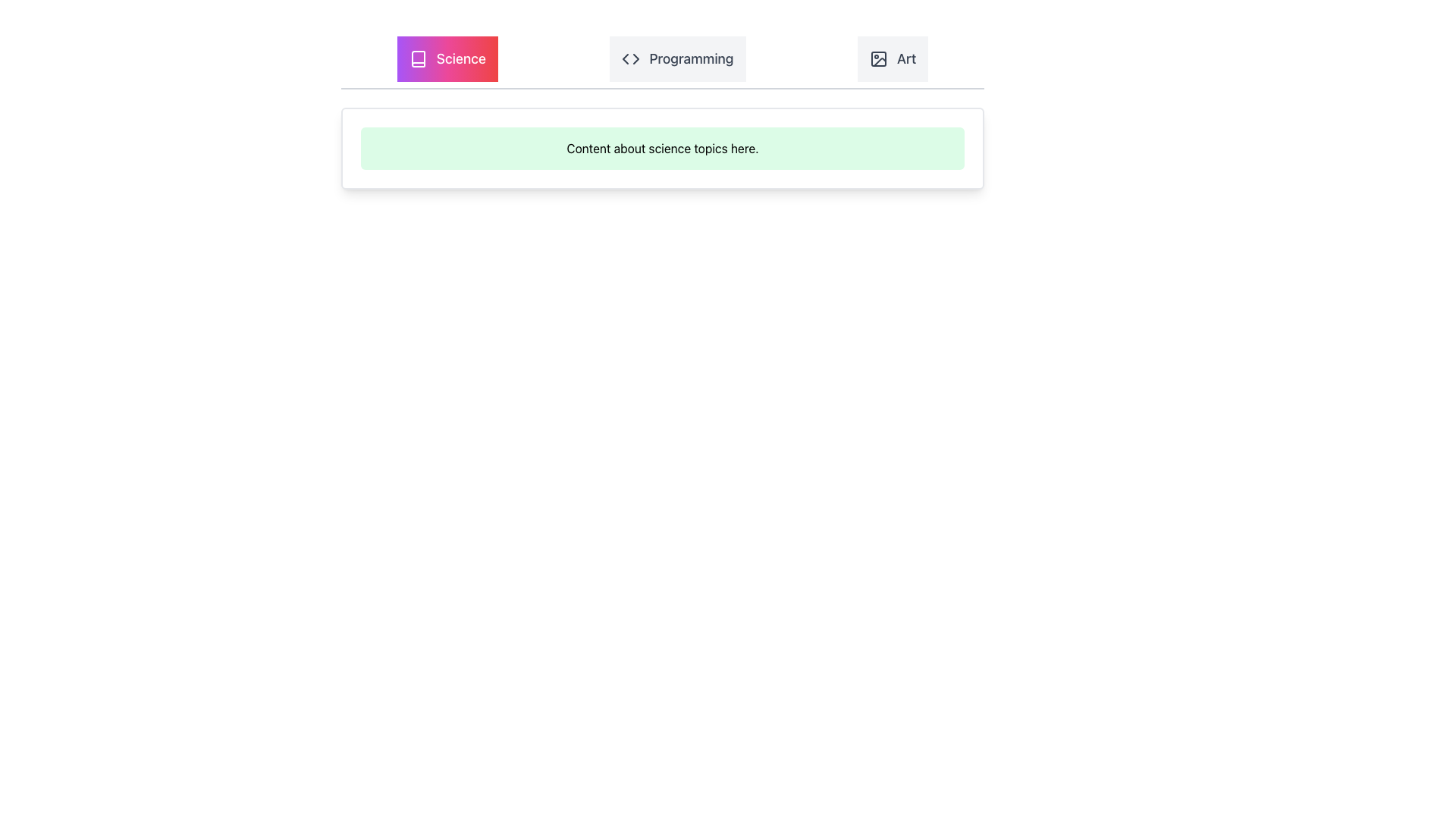 This screenshot has width=1456, height=819. Describe the element at coordinates (662, 62) in the screenshot. I see `the 'Programming' tab in the Tabs Component` at that location.